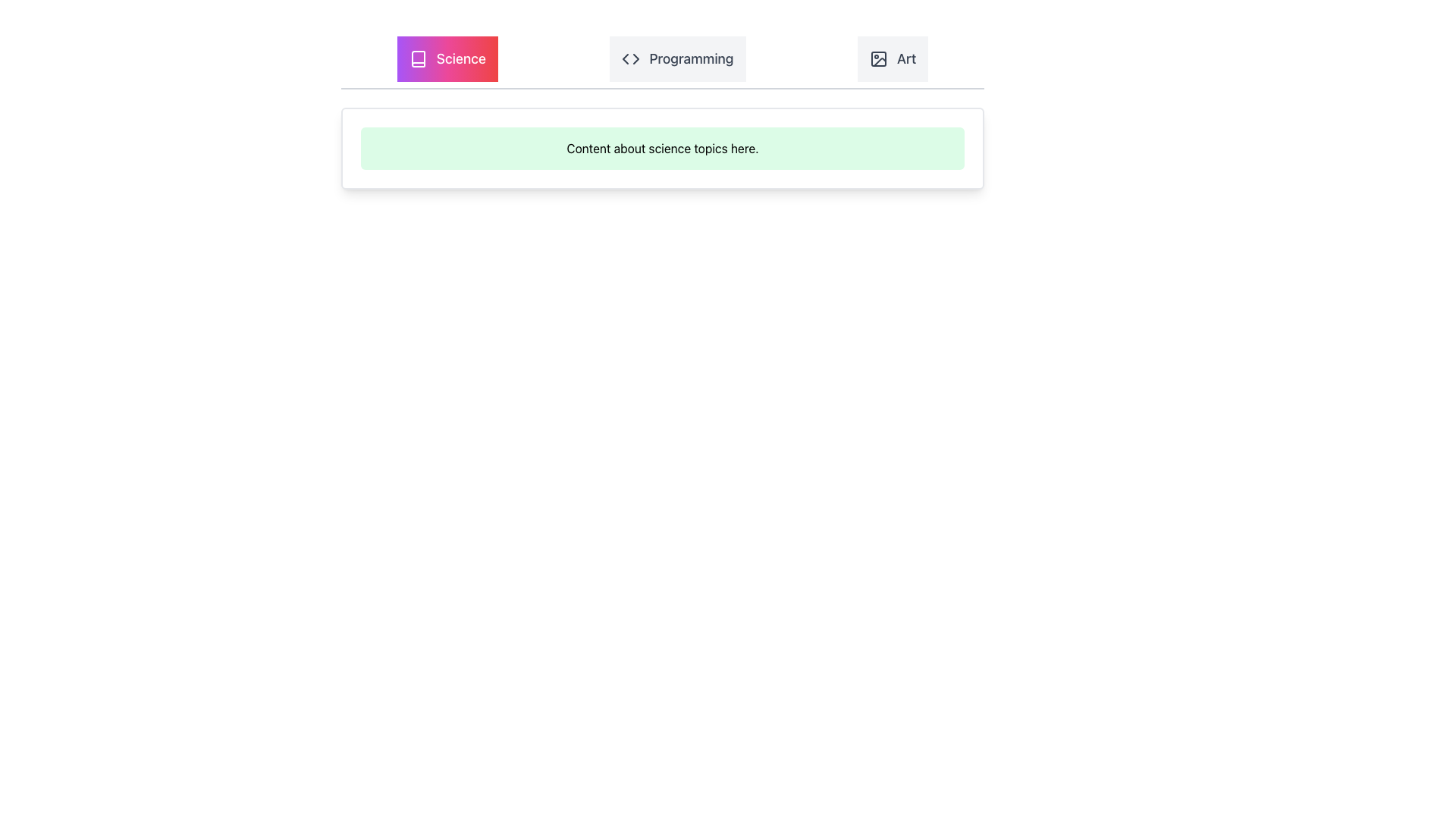 This screenshot has width=1456, height=819. Describe the element at coordinates (662, 62) in the screenshot. I see `the 'Programming' tab in the Tabs Component` at that location.